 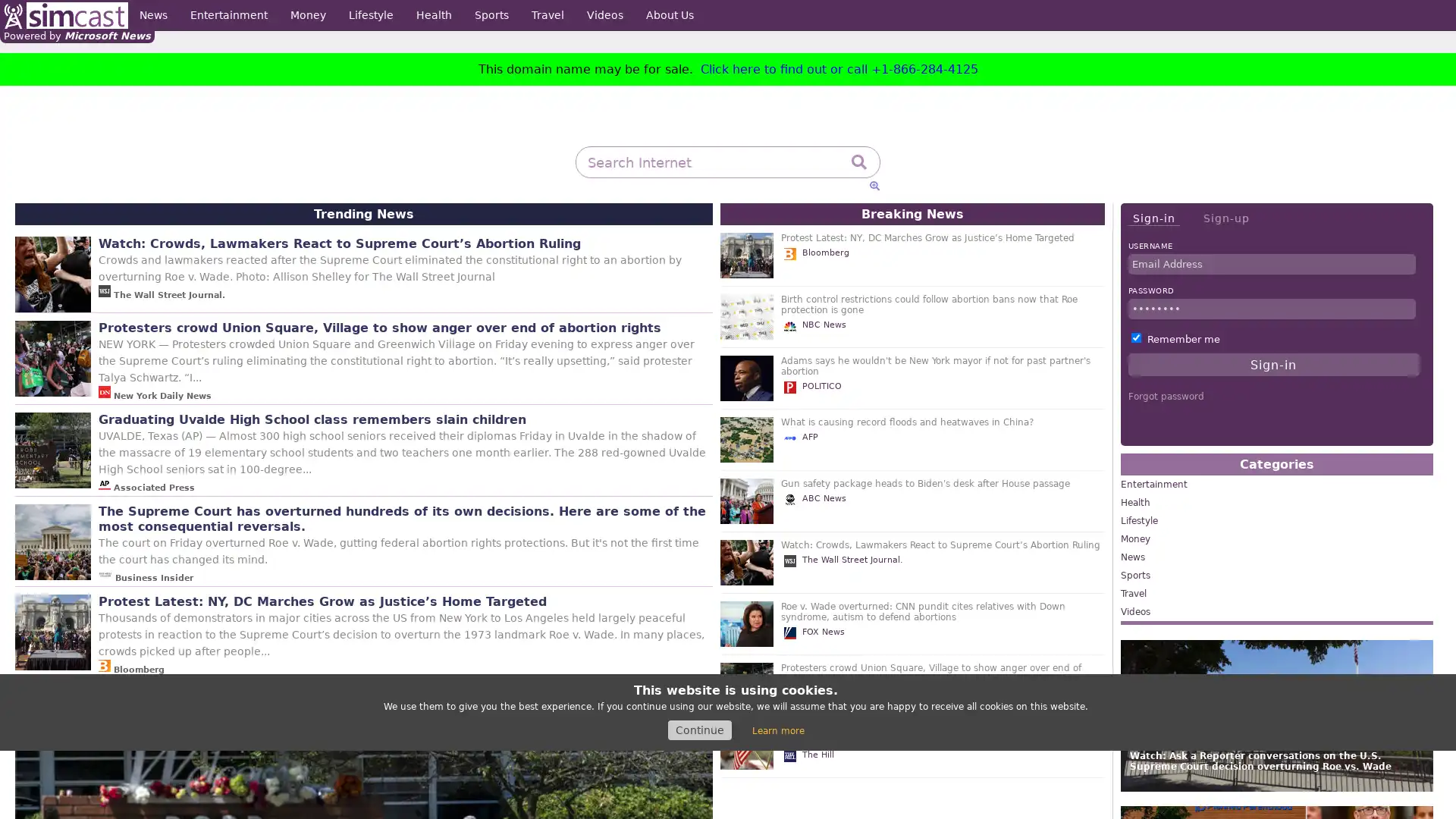 I want to click on Sign-in, so click(x=1153, y=218).